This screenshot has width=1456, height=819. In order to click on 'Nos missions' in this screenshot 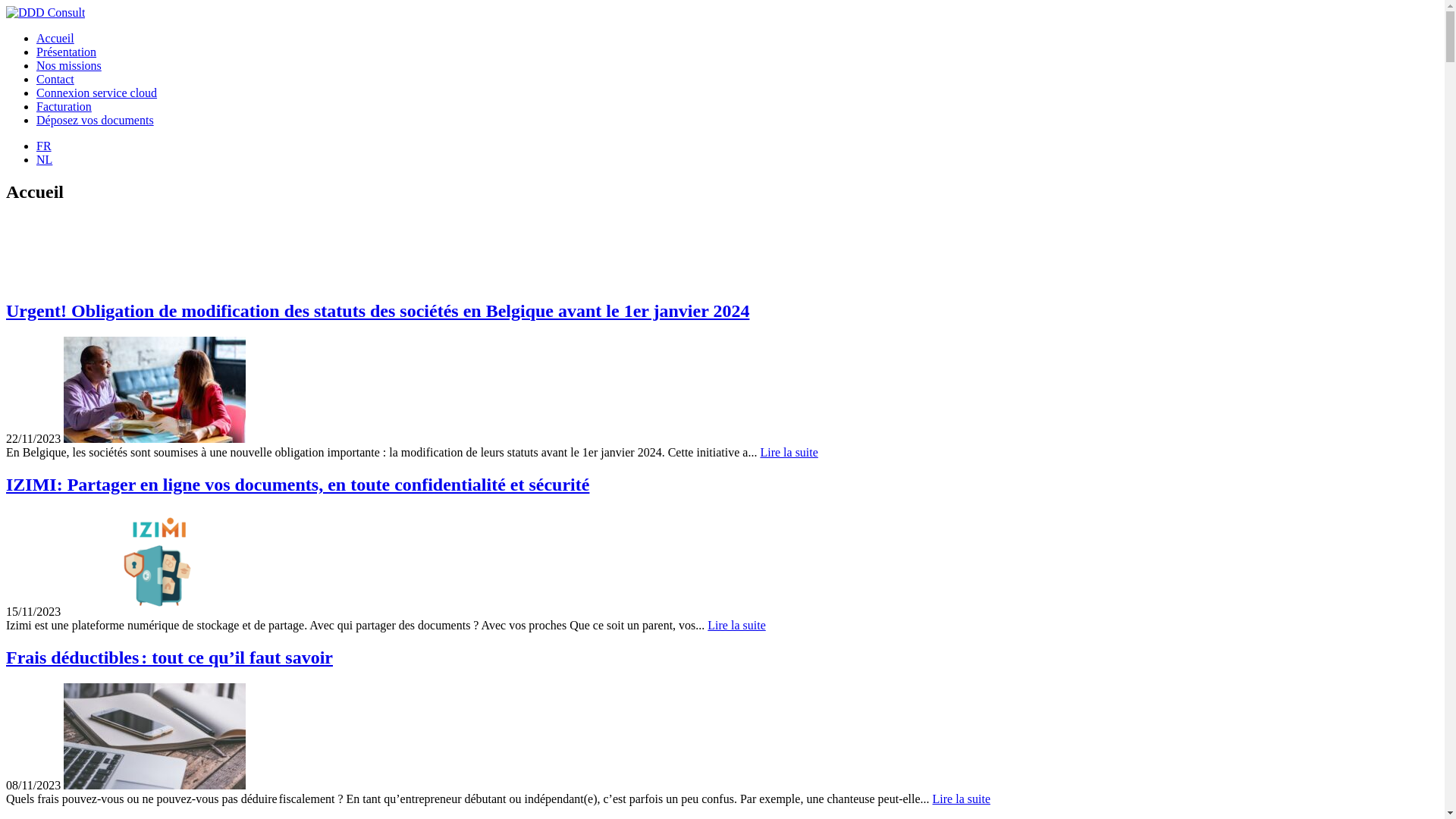, I will do `click(36, 64)`.